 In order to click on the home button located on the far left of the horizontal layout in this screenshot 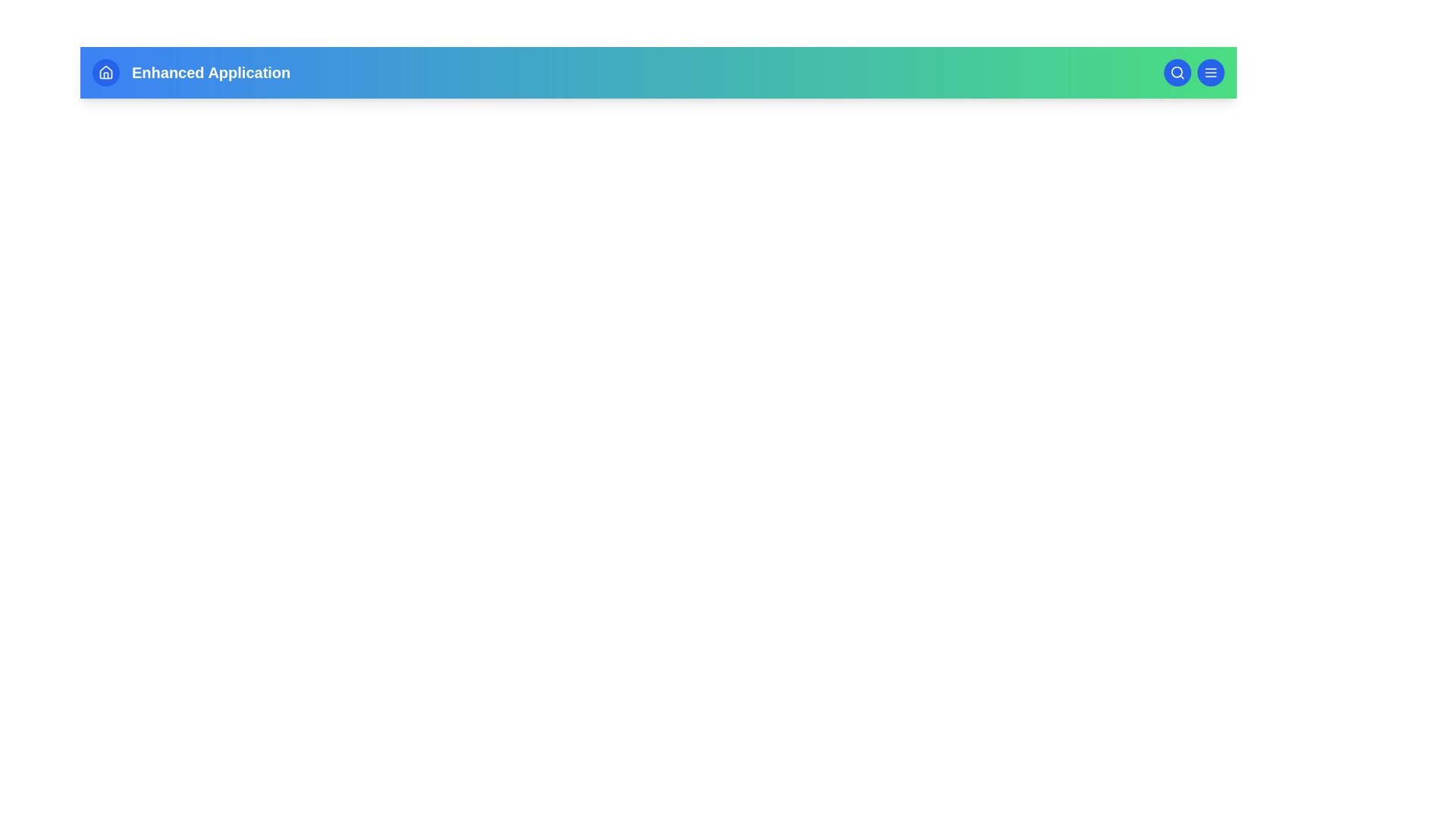, I will do `click(105, 73)`.